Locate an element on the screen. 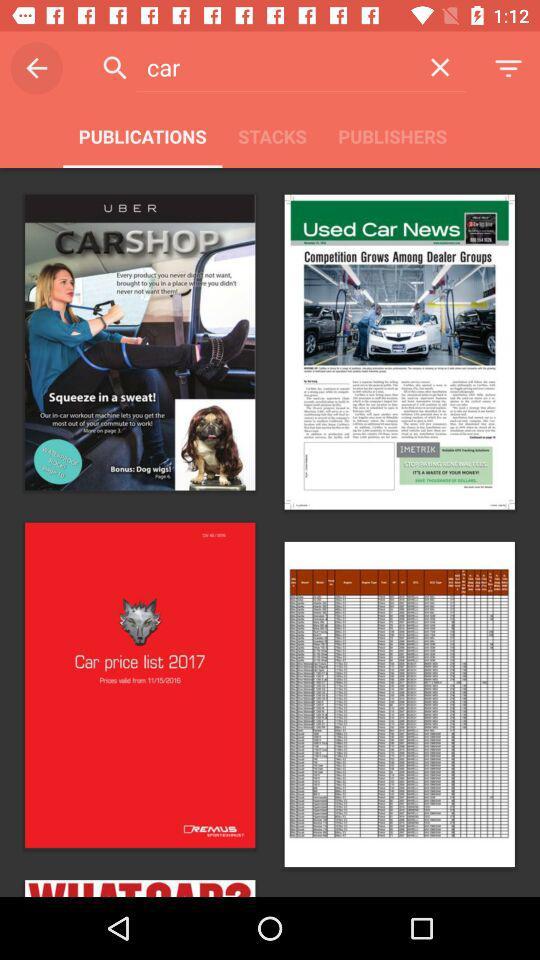  1st row 2nd column publication is located at coordinates (399, 352).